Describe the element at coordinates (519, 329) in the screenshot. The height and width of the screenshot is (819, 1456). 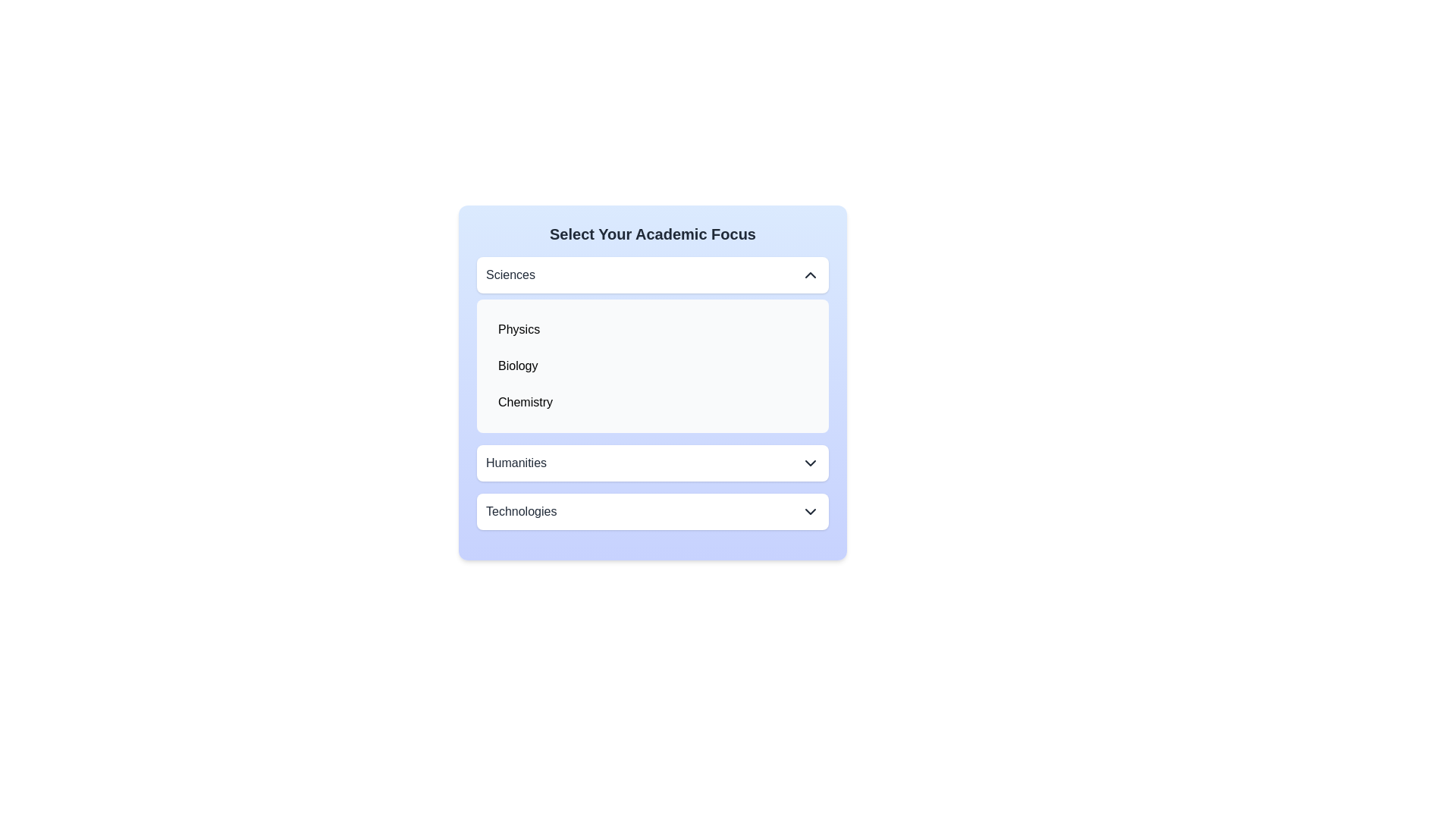
I see `the first option in the dropdown list under the 'Sciences' category` at that location.